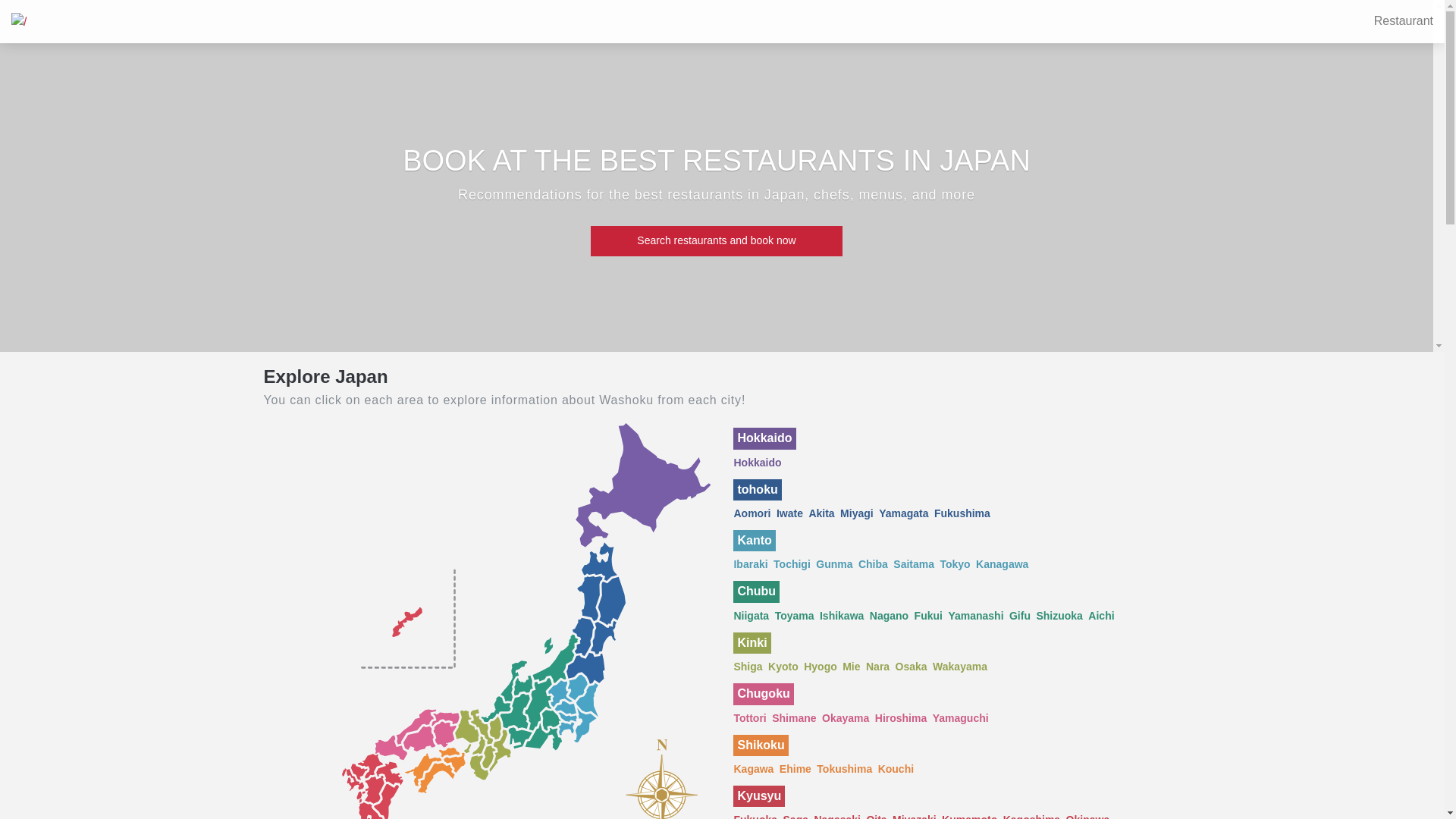  Describe the element at coordinates (752, 513) in the screenshot. I see `'Aomori'` at that location.